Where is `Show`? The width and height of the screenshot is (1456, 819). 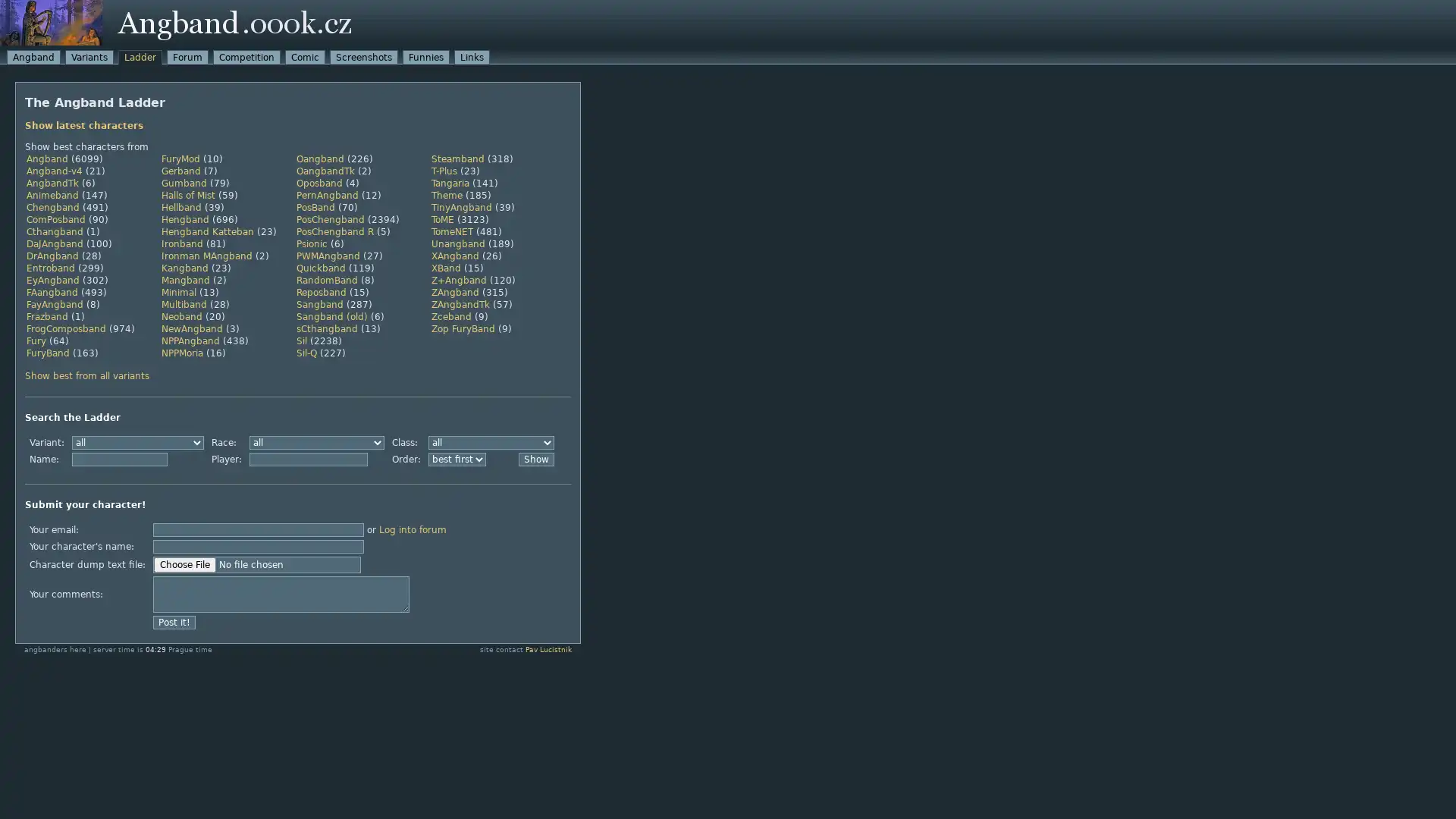 Show is located at coordinates (536, 458).